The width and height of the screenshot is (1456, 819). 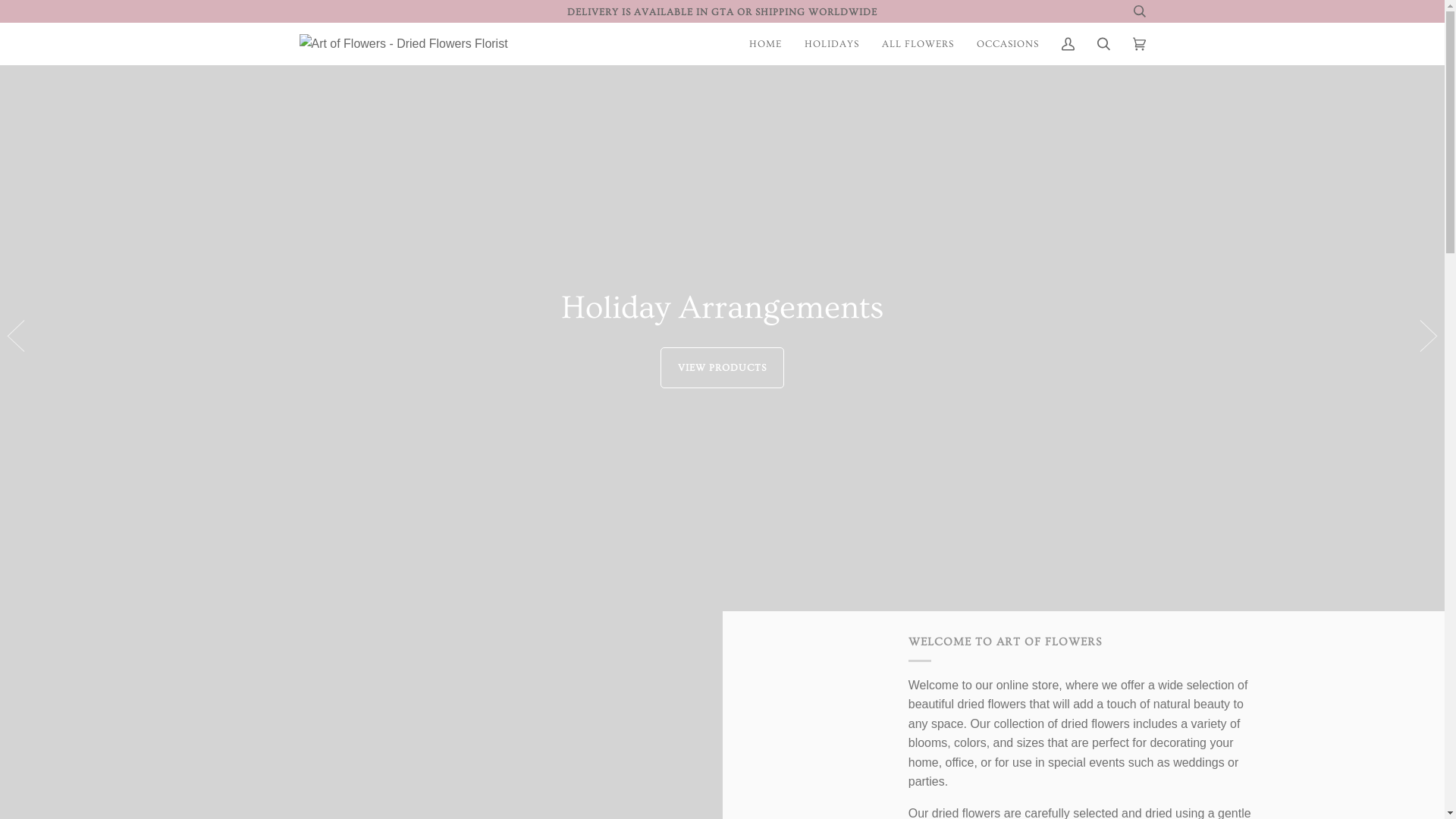 What do you see at coordinates (831, 42) in the screenshot?
I see `'HOLIDAYS'` at bounding box center [831, 42].